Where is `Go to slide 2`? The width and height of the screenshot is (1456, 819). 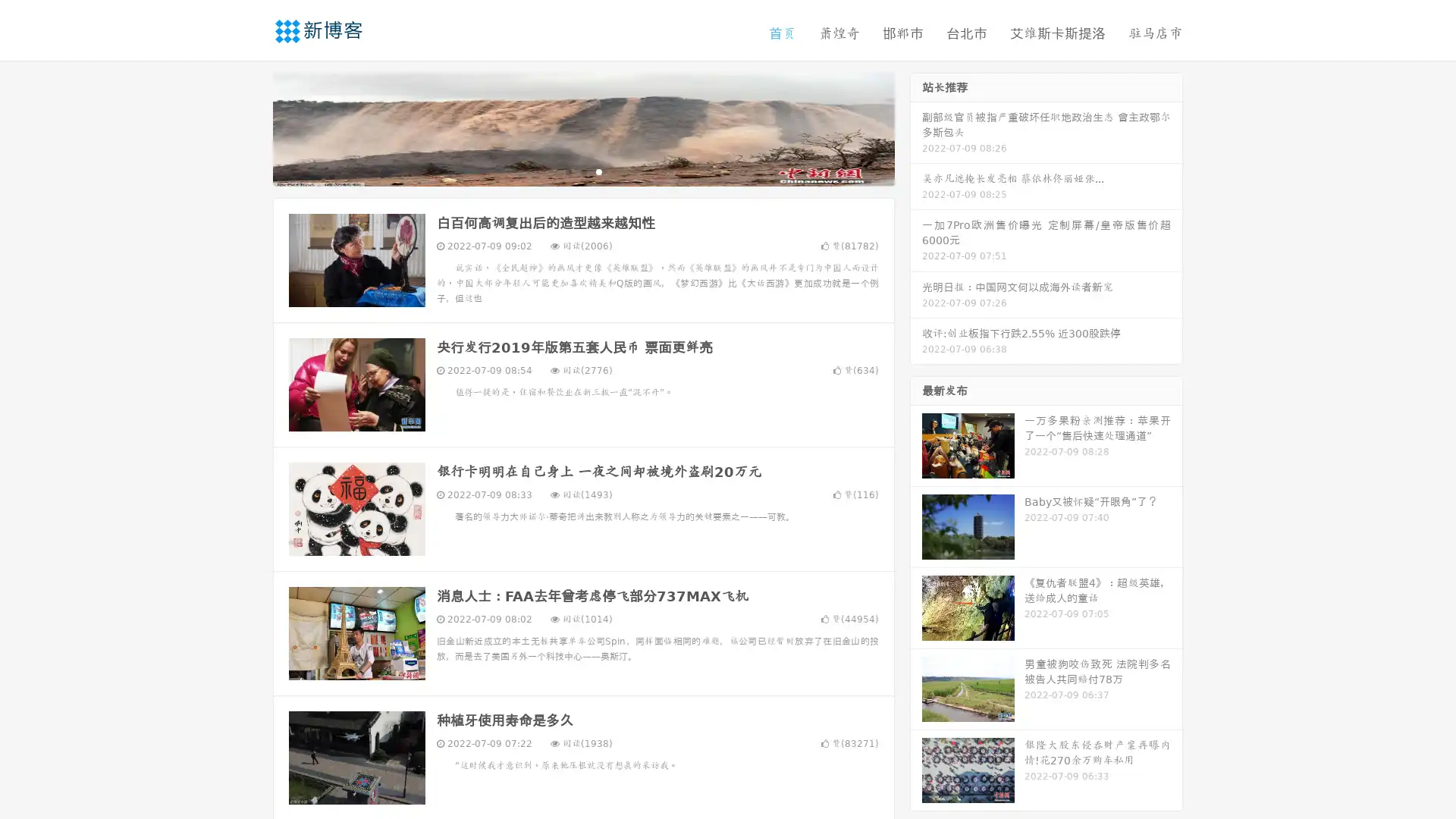
Go to slide 2 is located at coordinates (582, 171).